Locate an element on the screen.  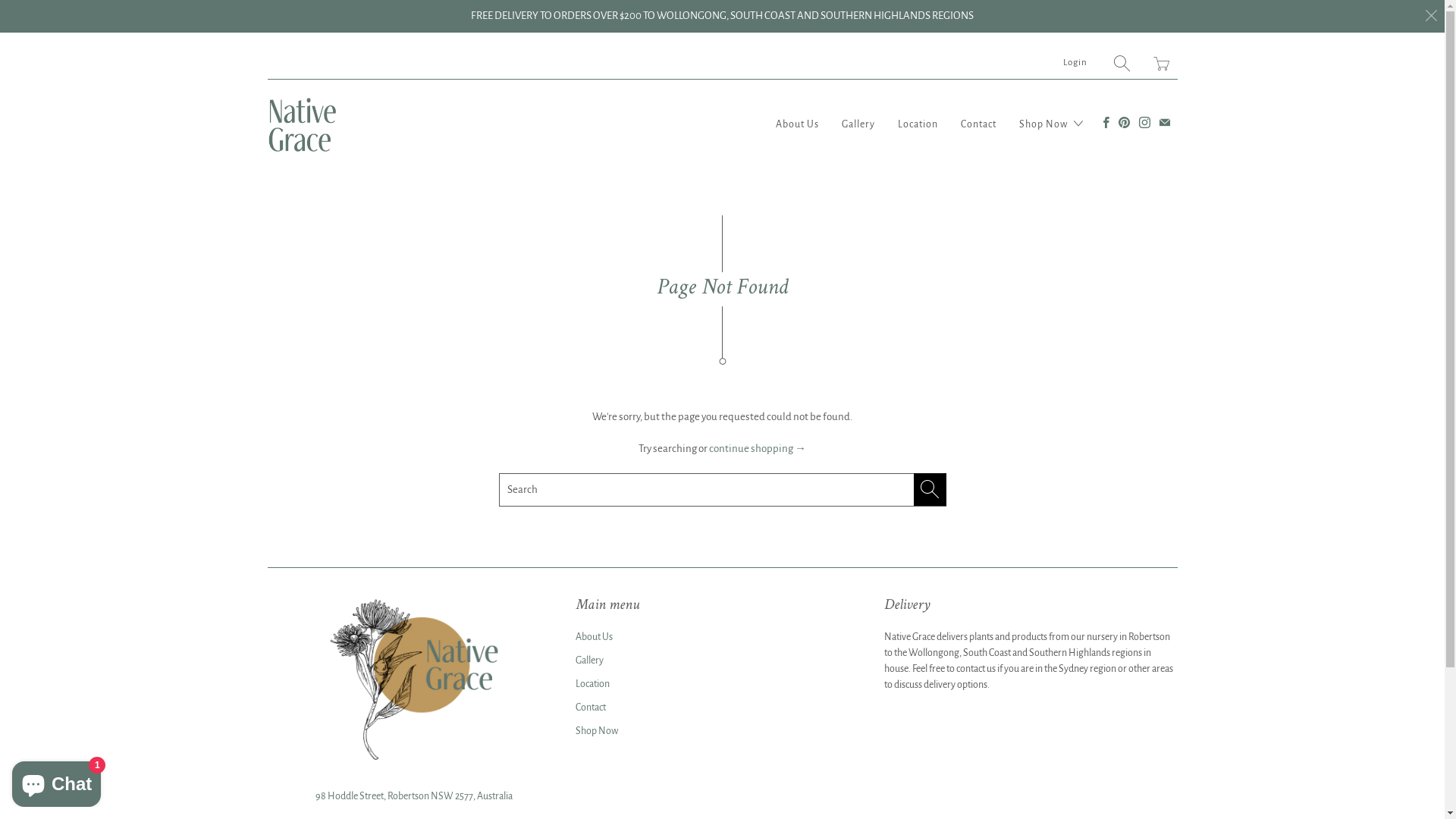
'Location' is located at coordinates (917, 123).